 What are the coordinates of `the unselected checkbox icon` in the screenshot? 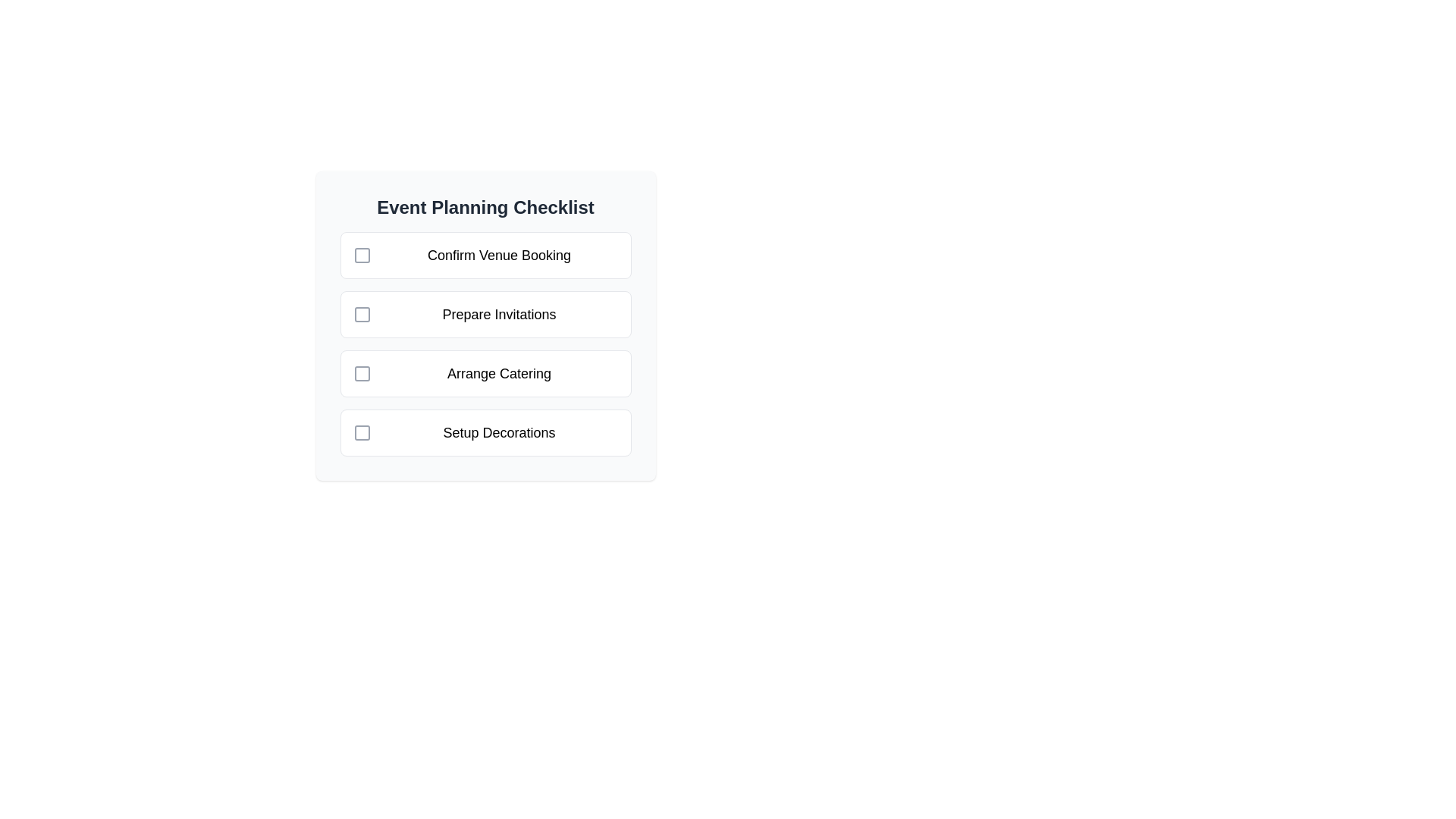 It's located at (361, 314).